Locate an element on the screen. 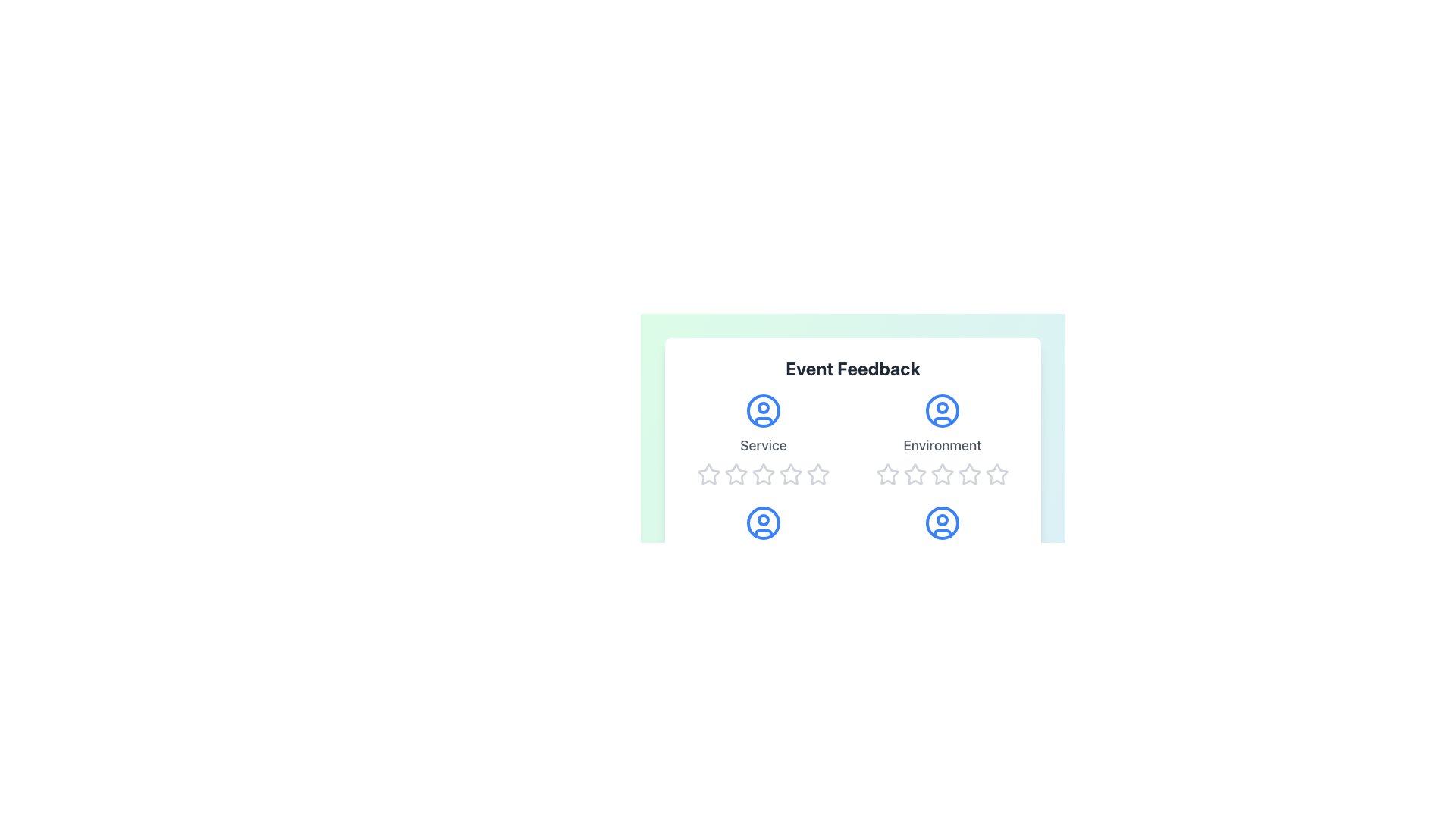  the second star icon in the 'Environment' feedback section is located at coordinates (914, 473).